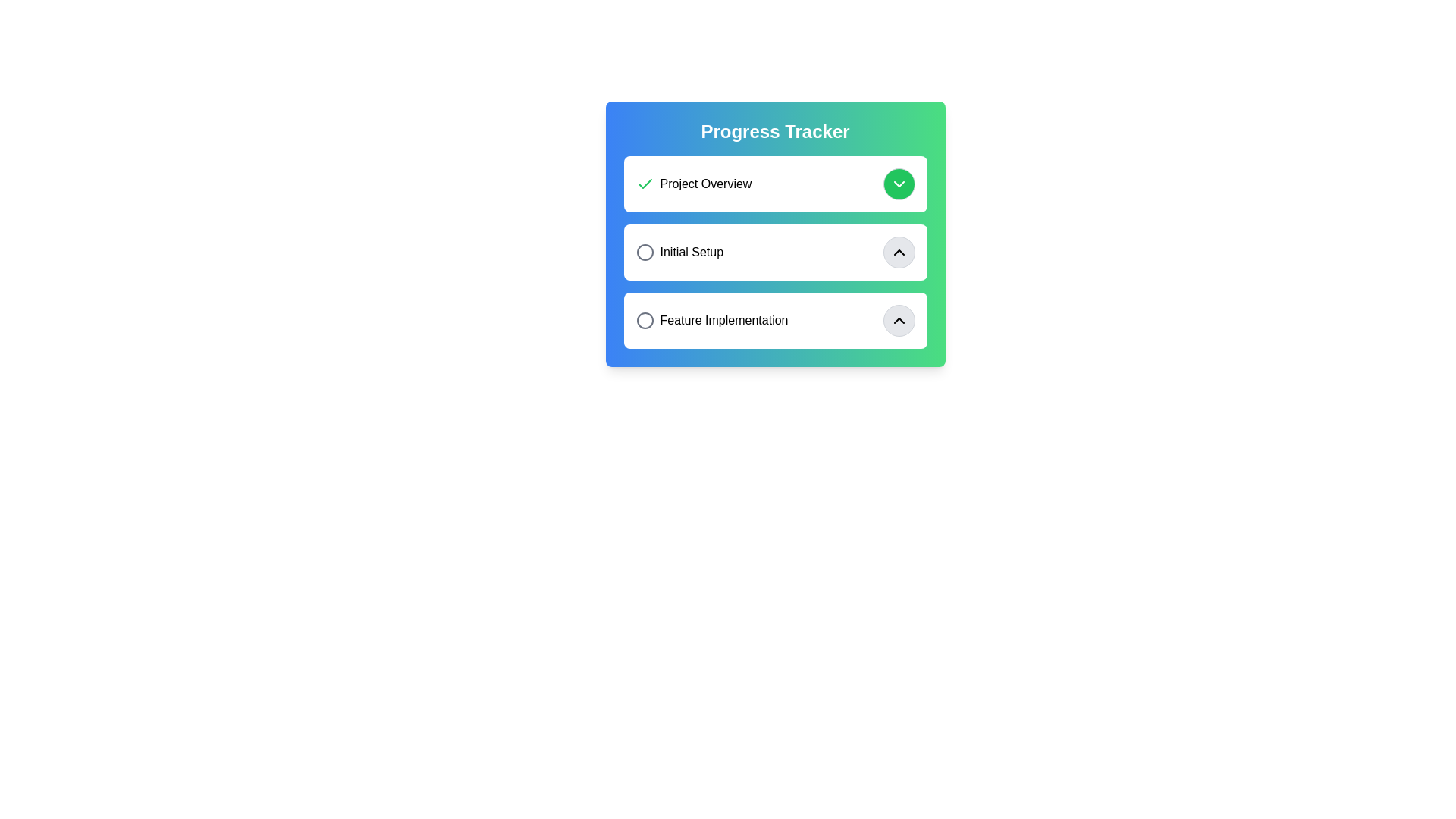 The height and width of the screenshot is (819, 1456). I want to click on context of the text label that describes the second step in the Progress Tracker card, so click(679, 251).